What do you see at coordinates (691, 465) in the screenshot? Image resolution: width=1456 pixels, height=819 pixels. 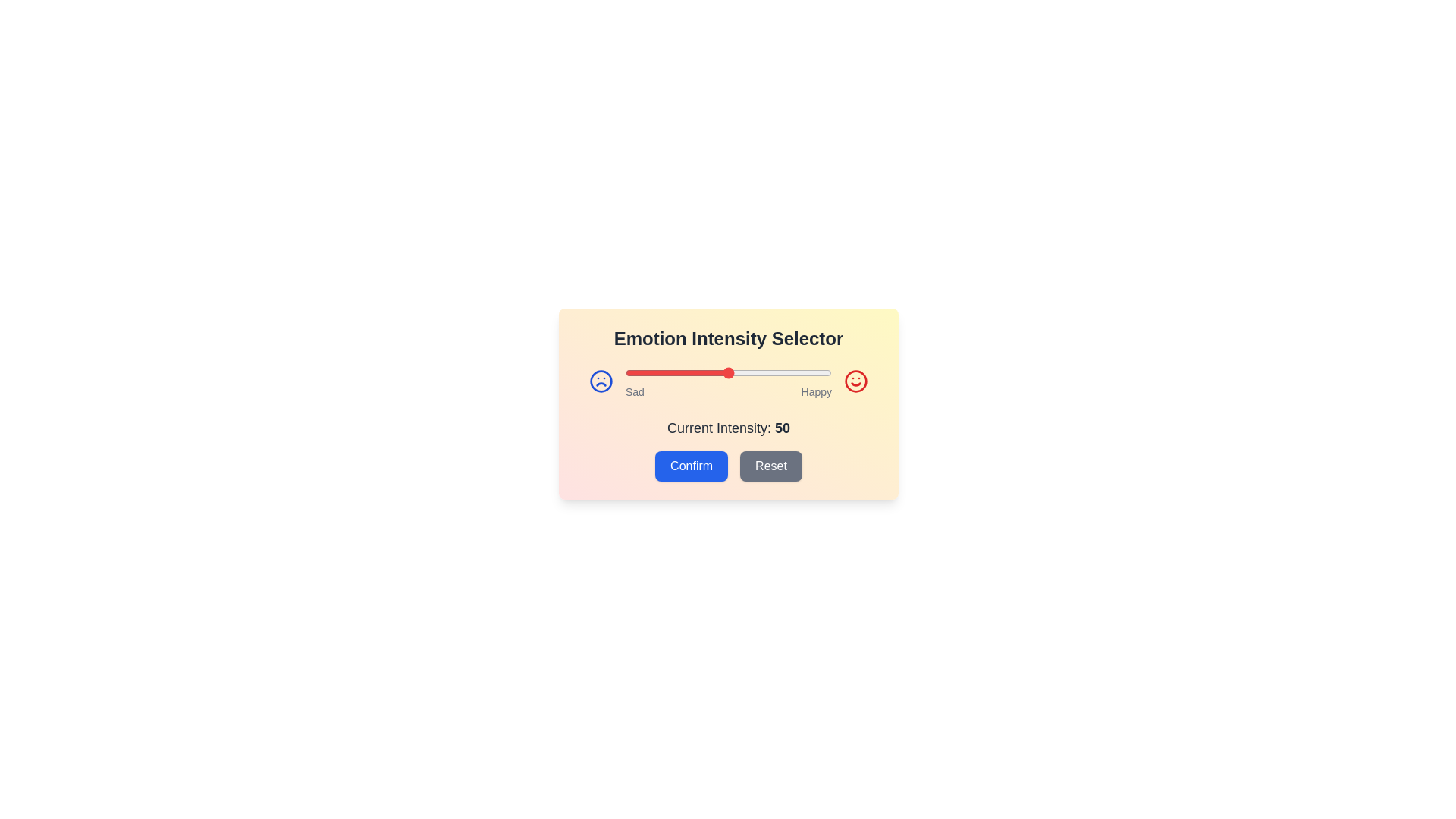 I see `Confirm button to finalize the selection` at bounding box center [691, 465].